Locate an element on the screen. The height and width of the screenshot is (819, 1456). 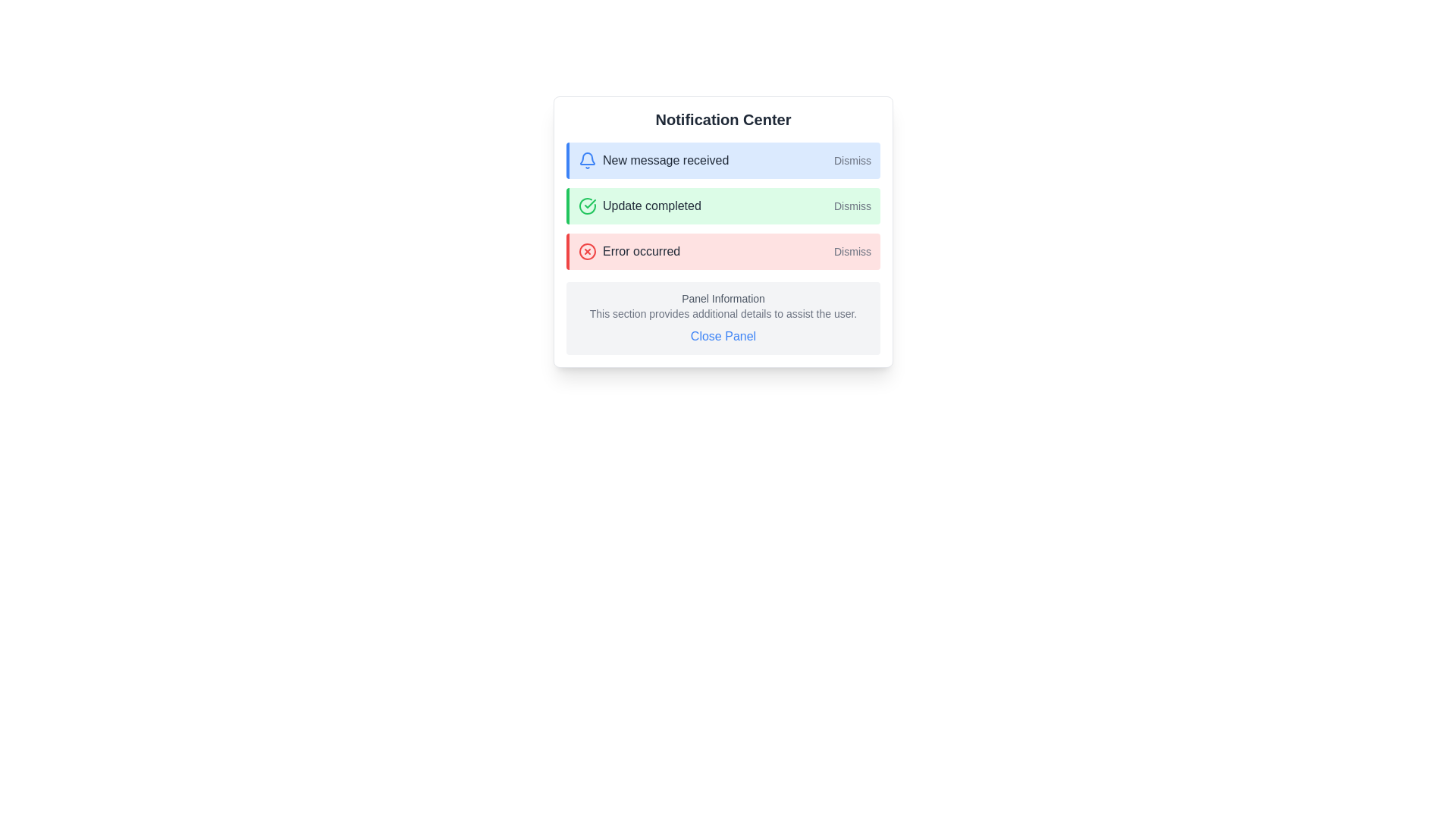
the informational panel containing text and a clickable link located in the Notification Center is located at coordinates (723, 318).